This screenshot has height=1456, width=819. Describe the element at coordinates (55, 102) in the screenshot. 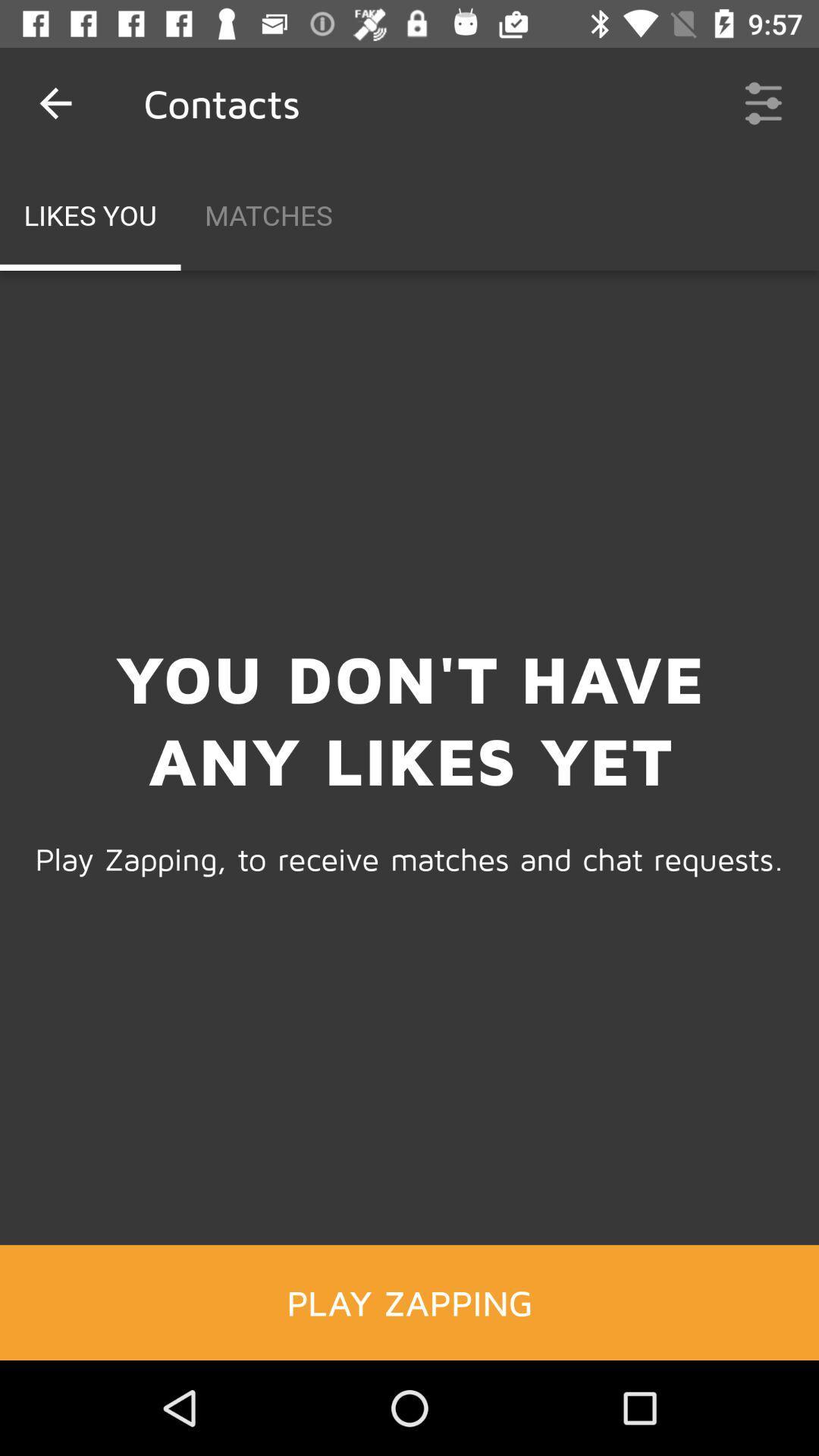

I see `the icon above likes you item` at that location.